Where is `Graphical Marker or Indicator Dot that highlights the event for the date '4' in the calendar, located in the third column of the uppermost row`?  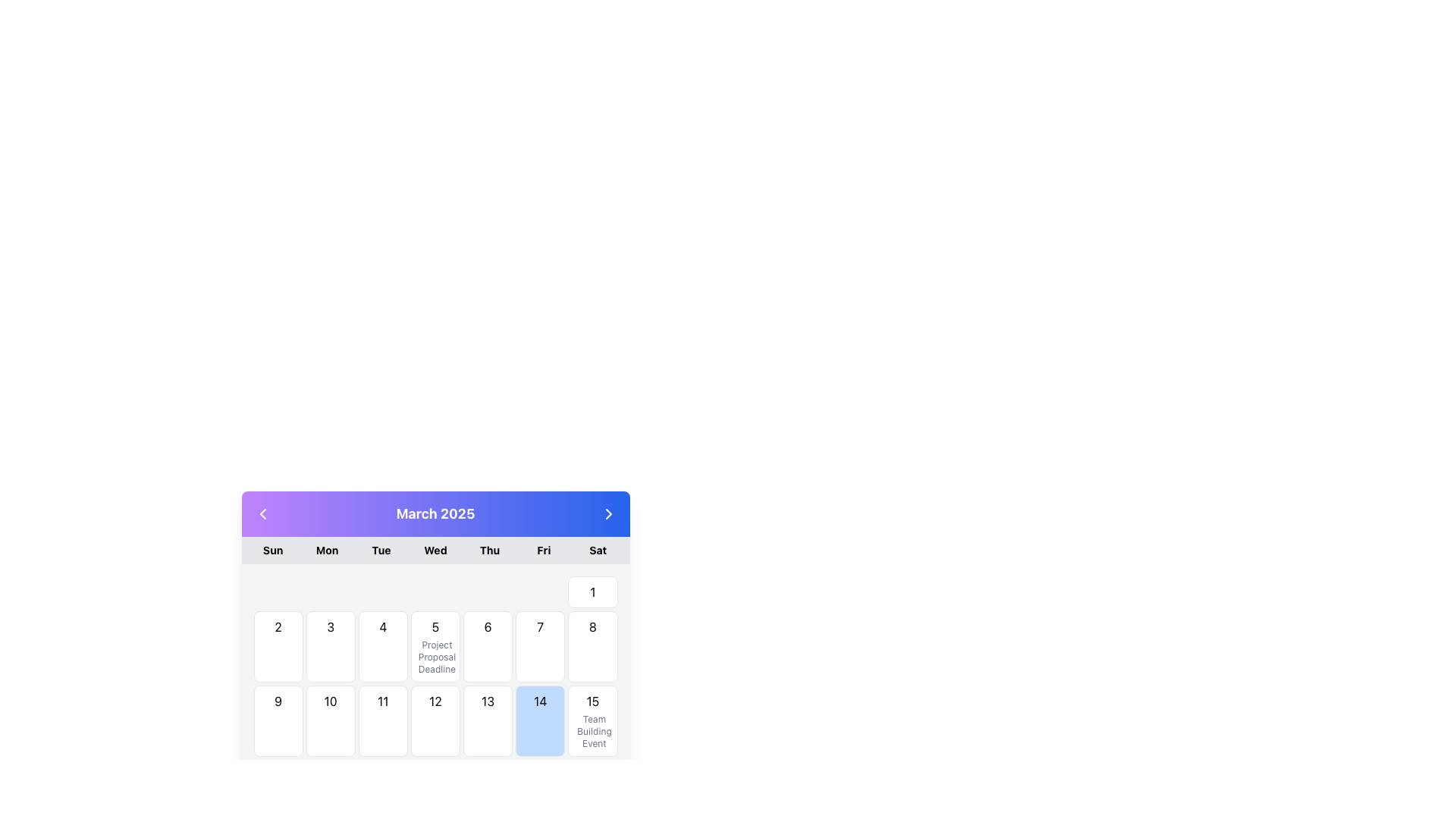
Graphical Marker or Indicator Dot that highlights the event for the date '4' in the calendar, located in the third column of the uppermost row is located at coordinates (382, 591).